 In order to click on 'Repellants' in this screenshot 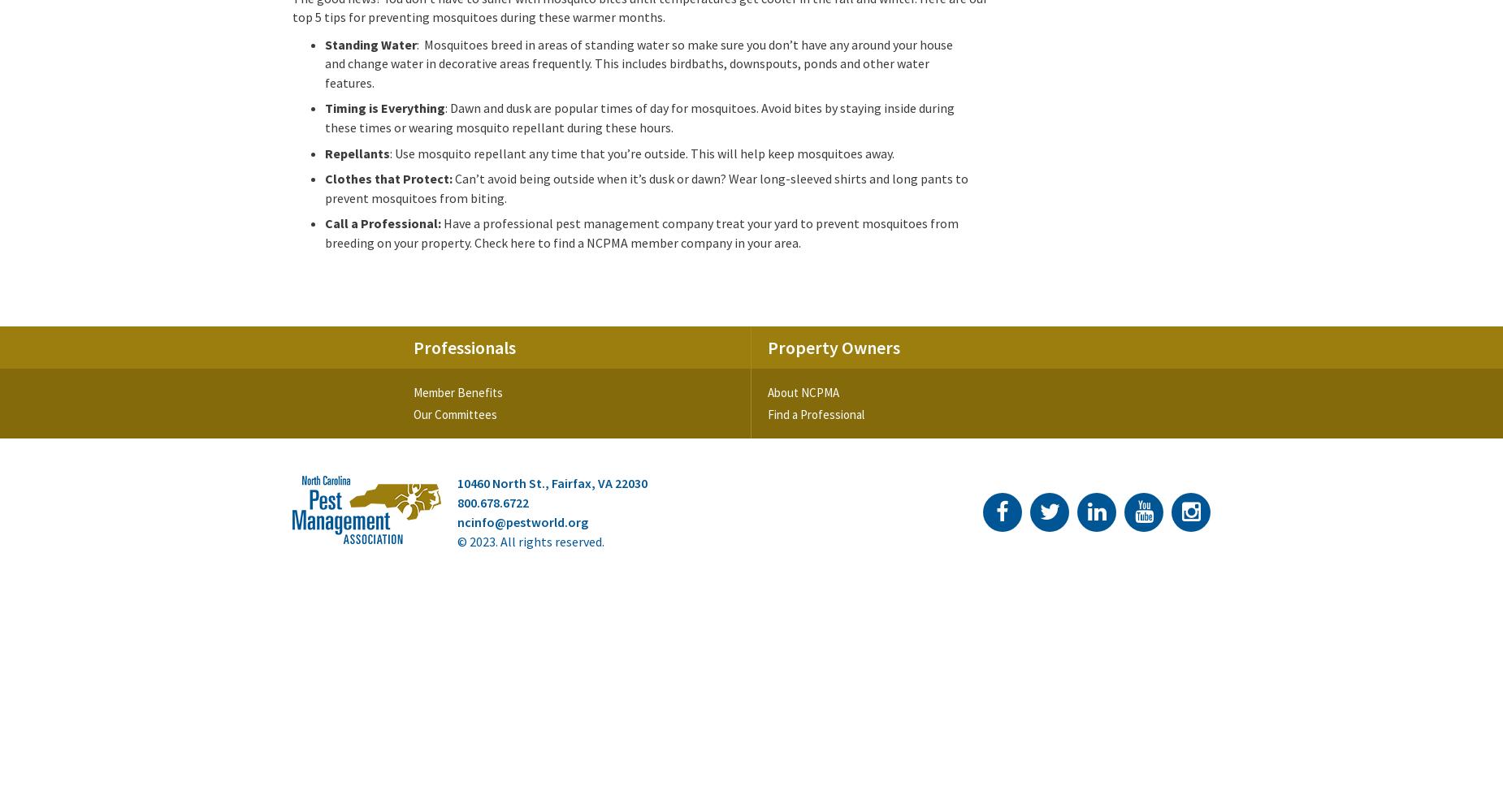, I will do `click(356, 153)`.